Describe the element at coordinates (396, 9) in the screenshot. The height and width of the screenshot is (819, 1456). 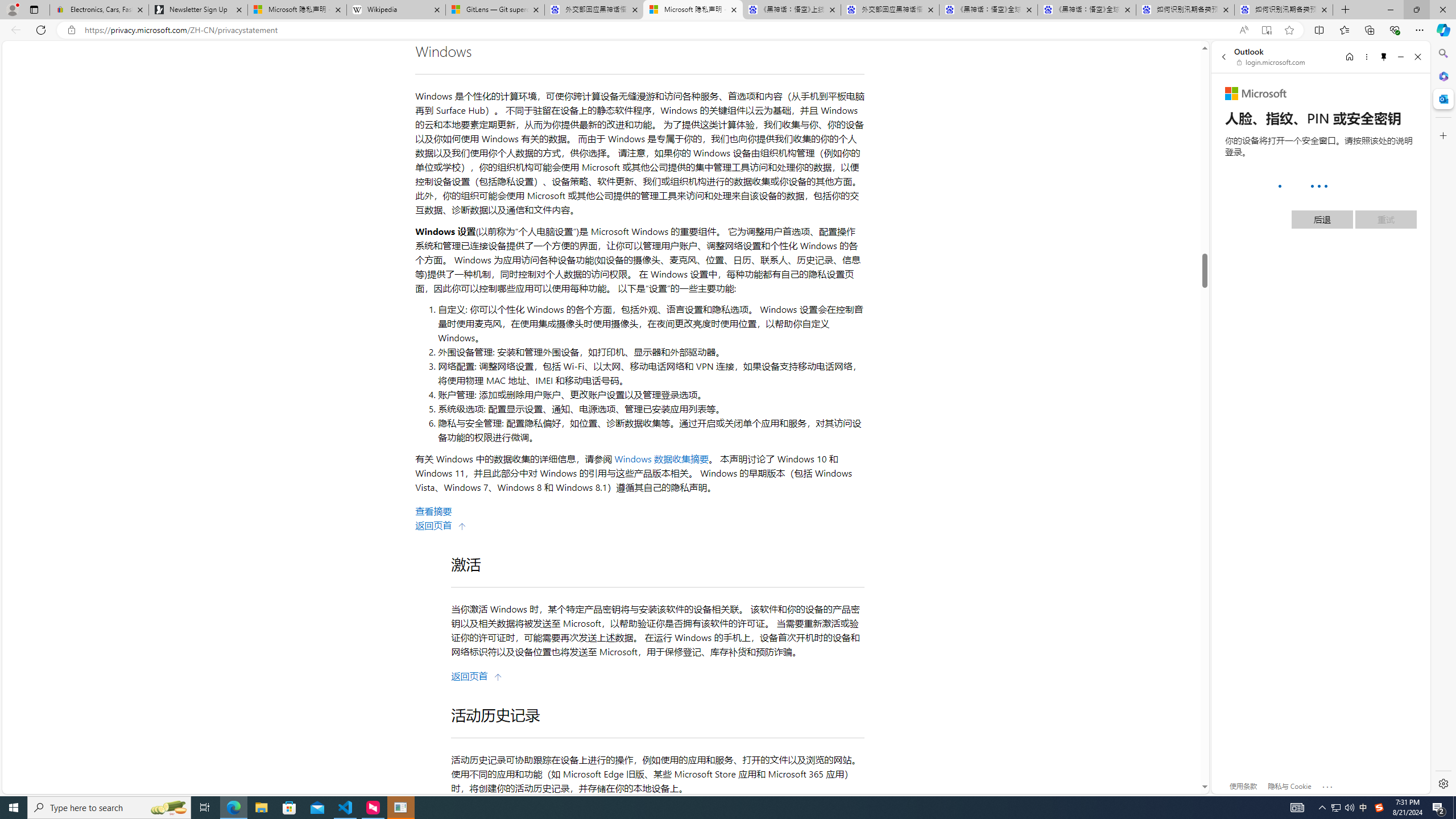
I see `'Wikipedia'` at that location.